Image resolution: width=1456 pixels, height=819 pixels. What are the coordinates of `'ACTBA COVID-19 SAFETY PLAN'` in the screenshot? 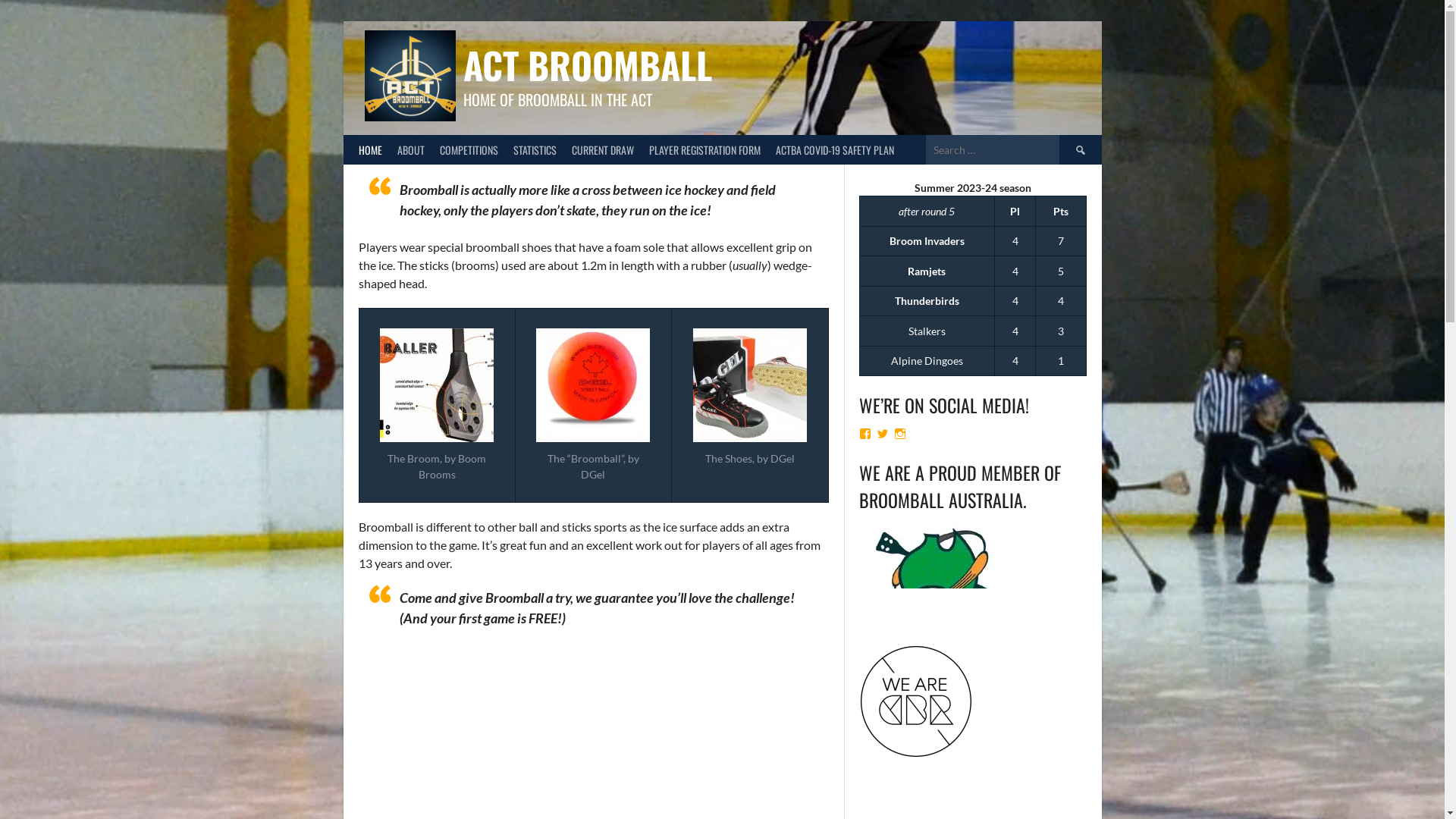 It's located at (833, 149).